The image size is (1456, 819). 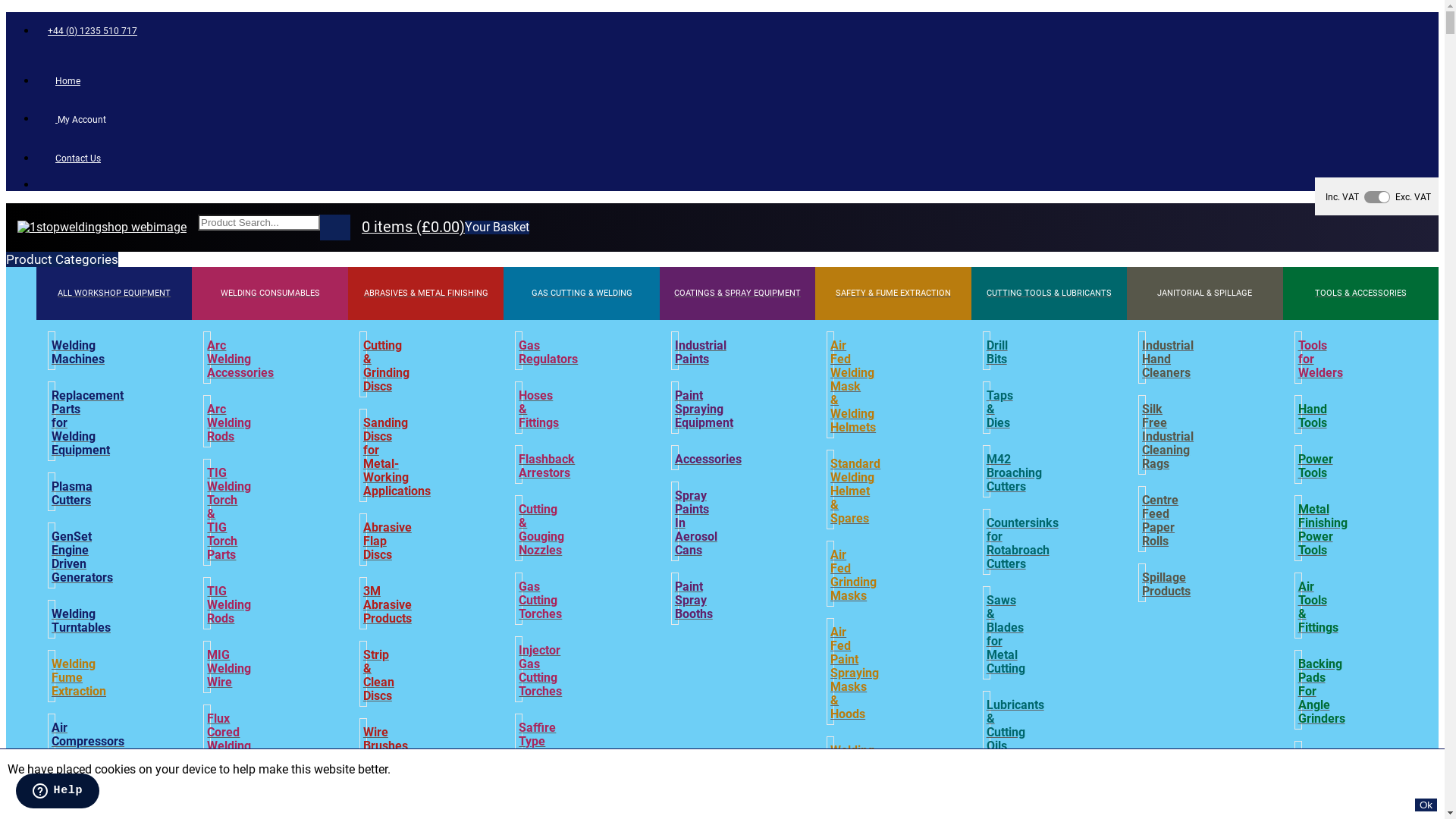 What do you see at coordinates (57, 792) in the screenshot?
I see `'Opens a widget where you can chat to one of our agents'` at bounding box center [57, 792].